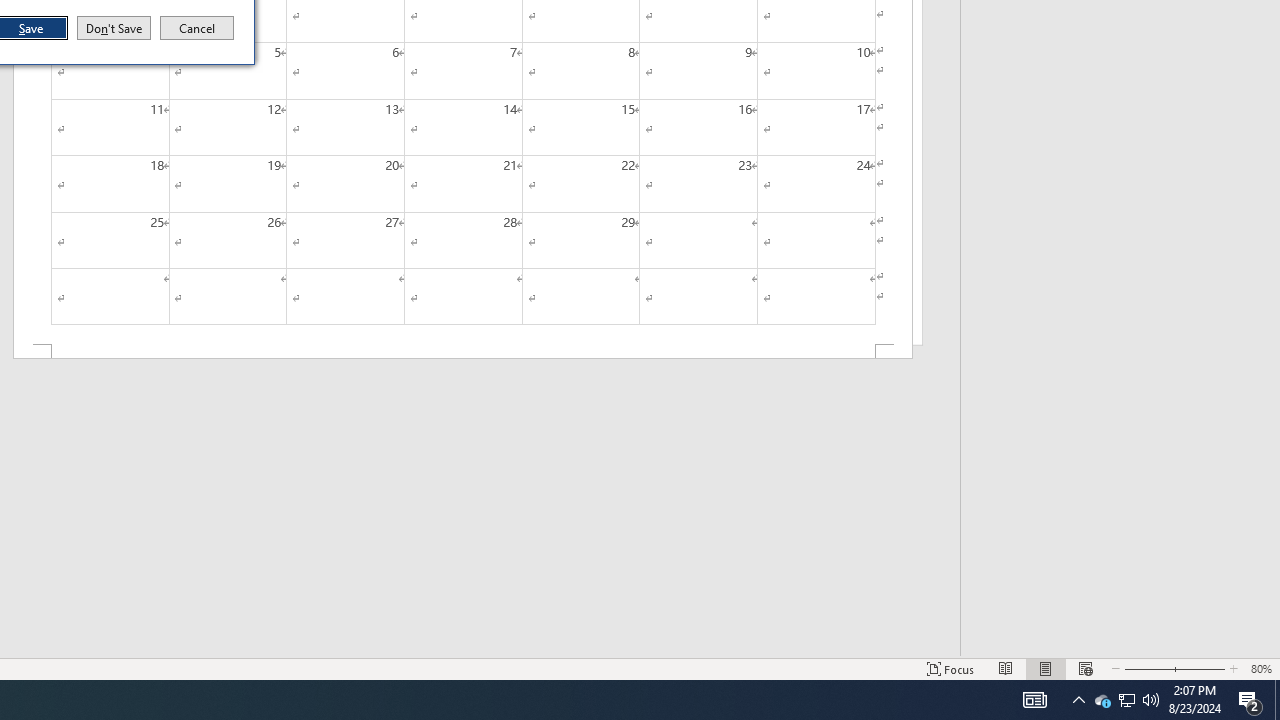 Image resolution: width=1280 pixels, height=720 pixels. Describe the element at coordinates (112, 28) in the screenshot. I see `'Don'` at that location.